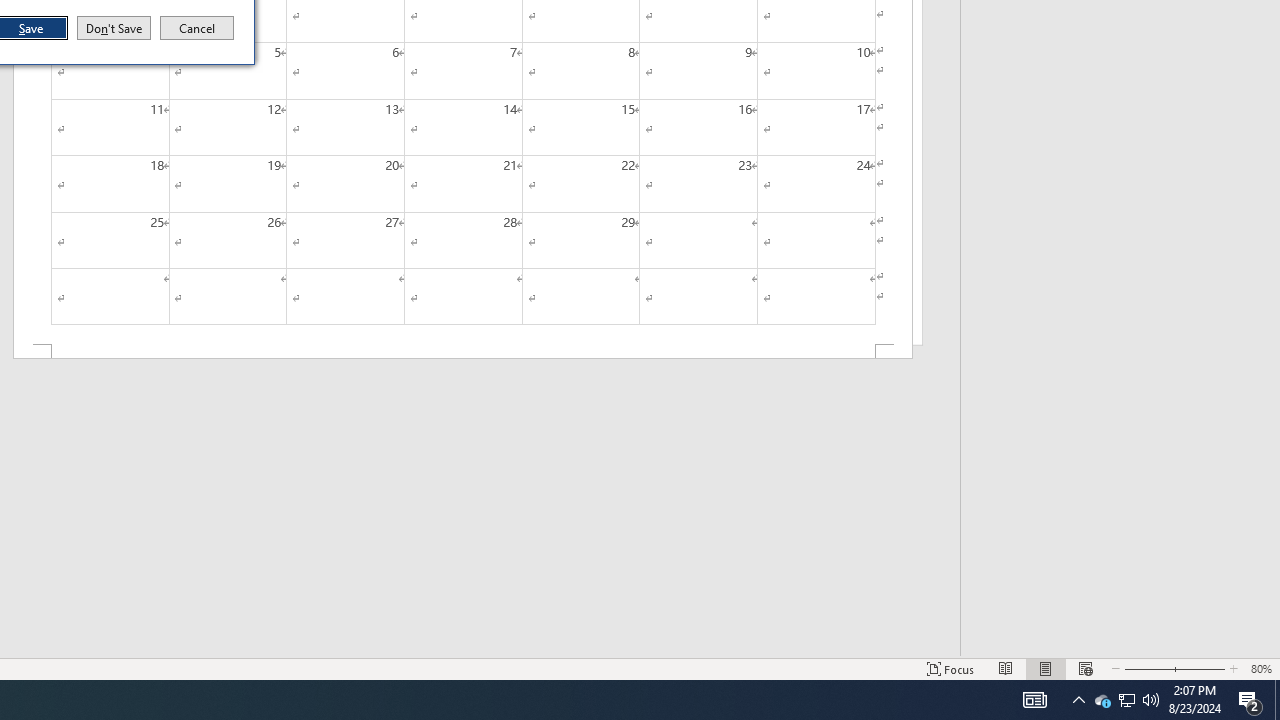 Image resolution: width=1280 pixels, height=720 pixels. Describe the element at coordinates (112, 28) in the screenshot. I see `'Don'` at that location.